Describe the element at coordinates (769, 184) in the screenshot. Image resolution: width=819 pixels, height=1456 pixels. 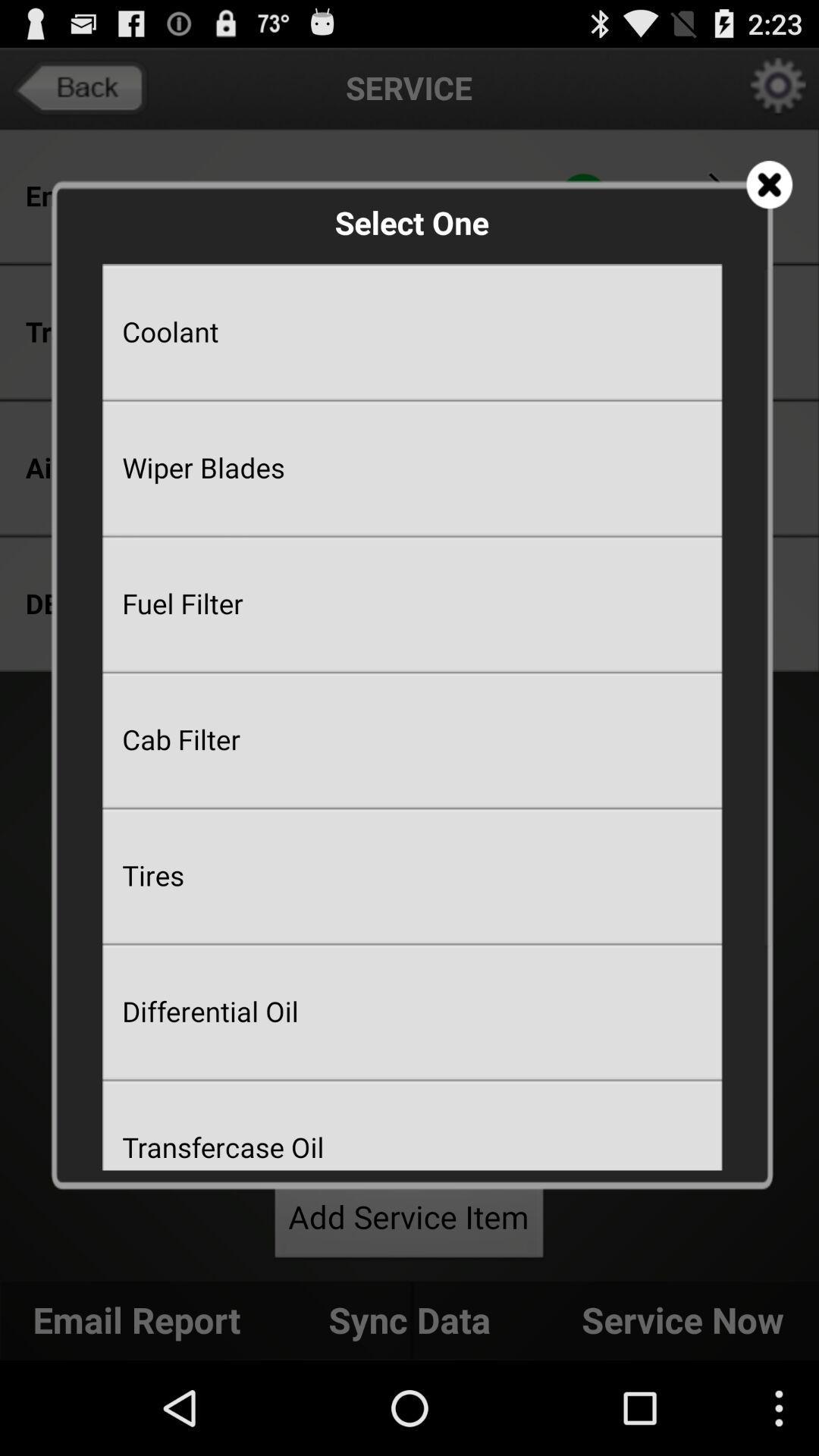
I see `the screen` at that location.